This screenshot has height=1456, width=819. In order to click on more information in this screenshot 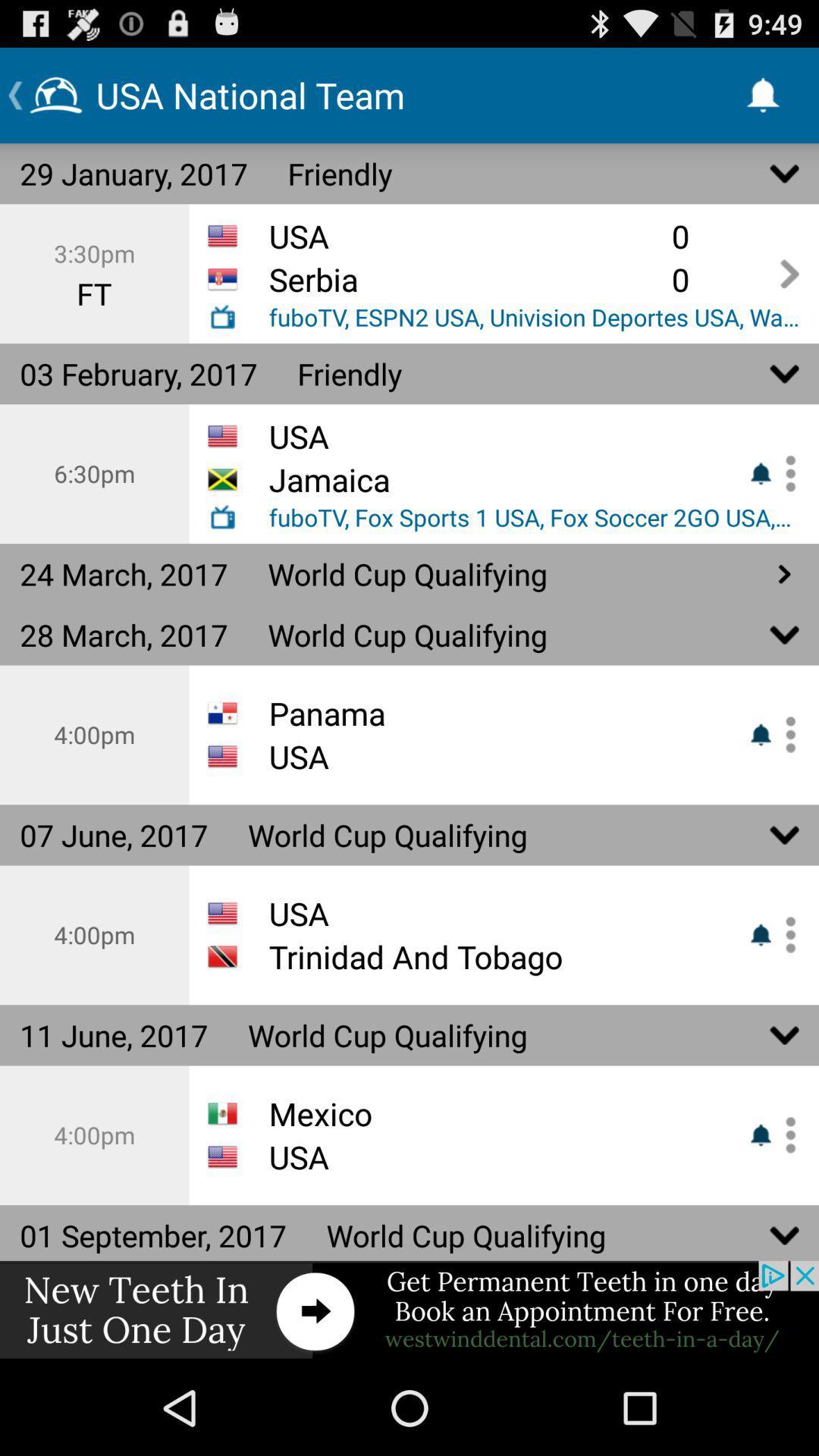, I will do `click(785, 472)`.